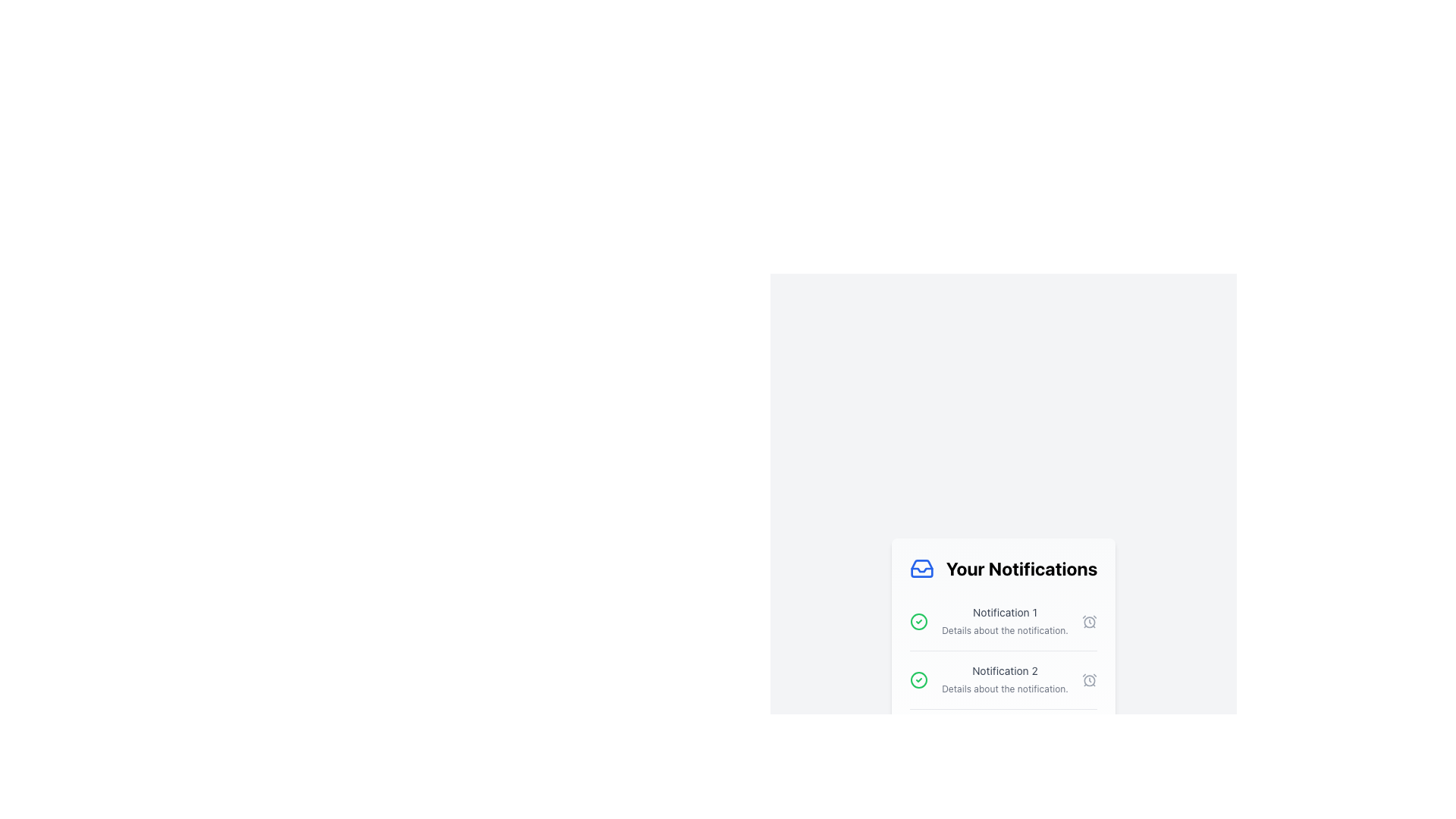  Describe the element at coordinates (1089, 679) in the screenshot. I see `the icon related to 'Notification 2' in the 'Your Notifications' section, positioned to the far right of the entry` at that location.